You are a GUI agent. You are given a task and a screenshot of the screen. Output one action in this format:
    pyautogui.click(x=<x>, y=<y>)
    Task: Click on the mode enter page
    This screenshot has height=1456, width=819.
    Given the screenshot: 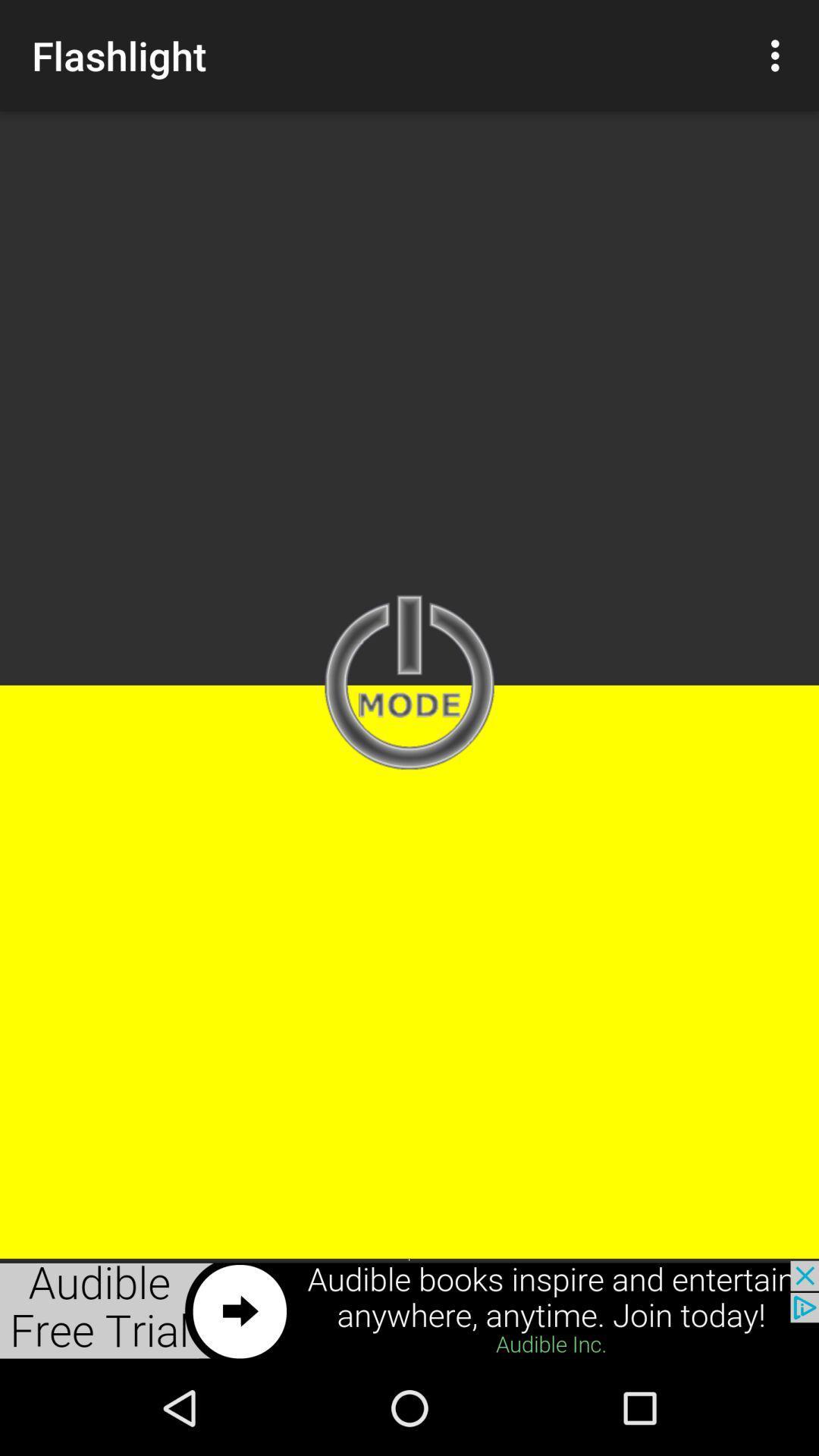 What is the action you would take?
    pyautogui.click(x=409, y=683)
    